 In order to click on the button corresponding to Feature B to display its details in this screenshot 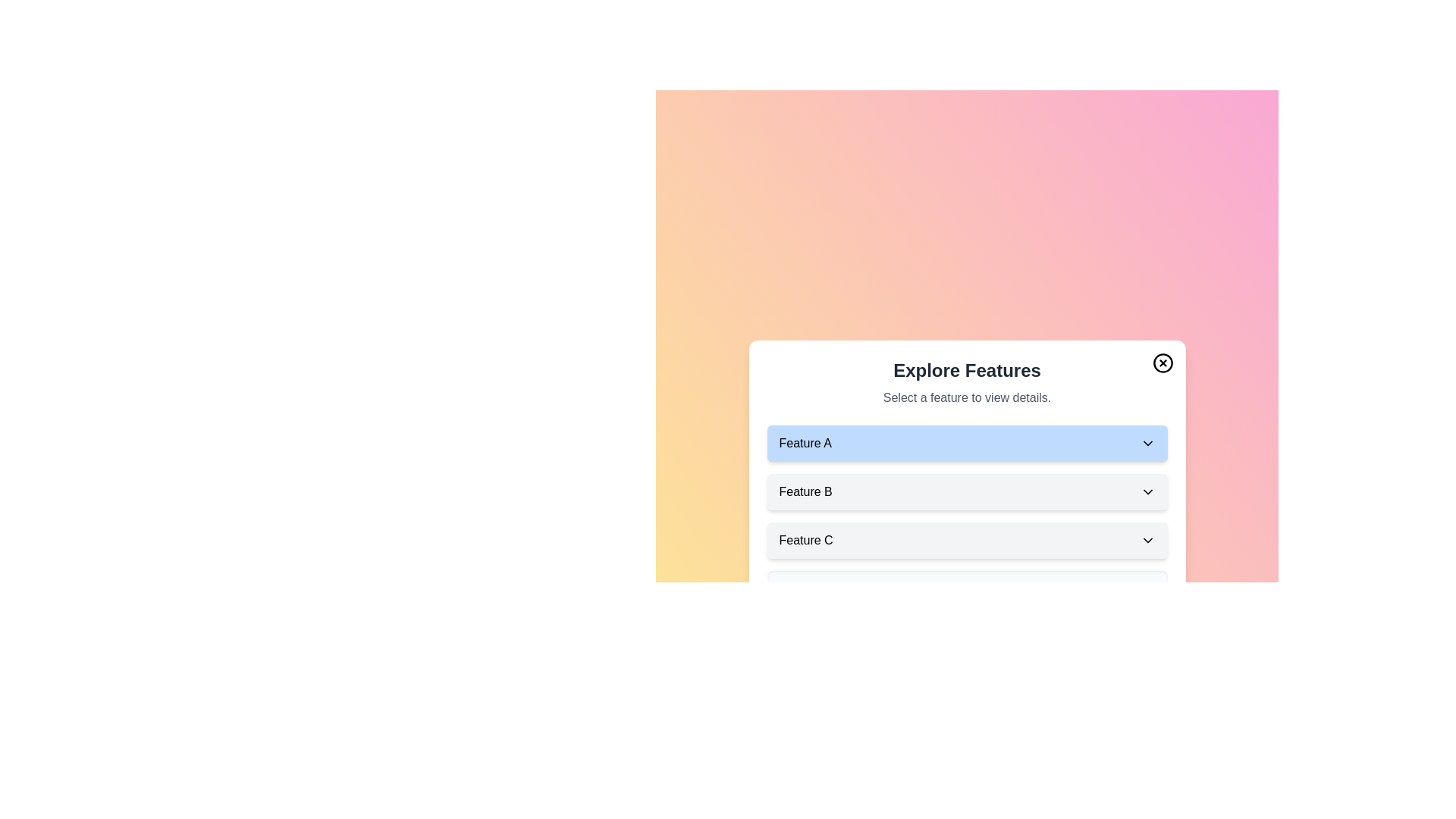, I will do `click(966, 491)`.